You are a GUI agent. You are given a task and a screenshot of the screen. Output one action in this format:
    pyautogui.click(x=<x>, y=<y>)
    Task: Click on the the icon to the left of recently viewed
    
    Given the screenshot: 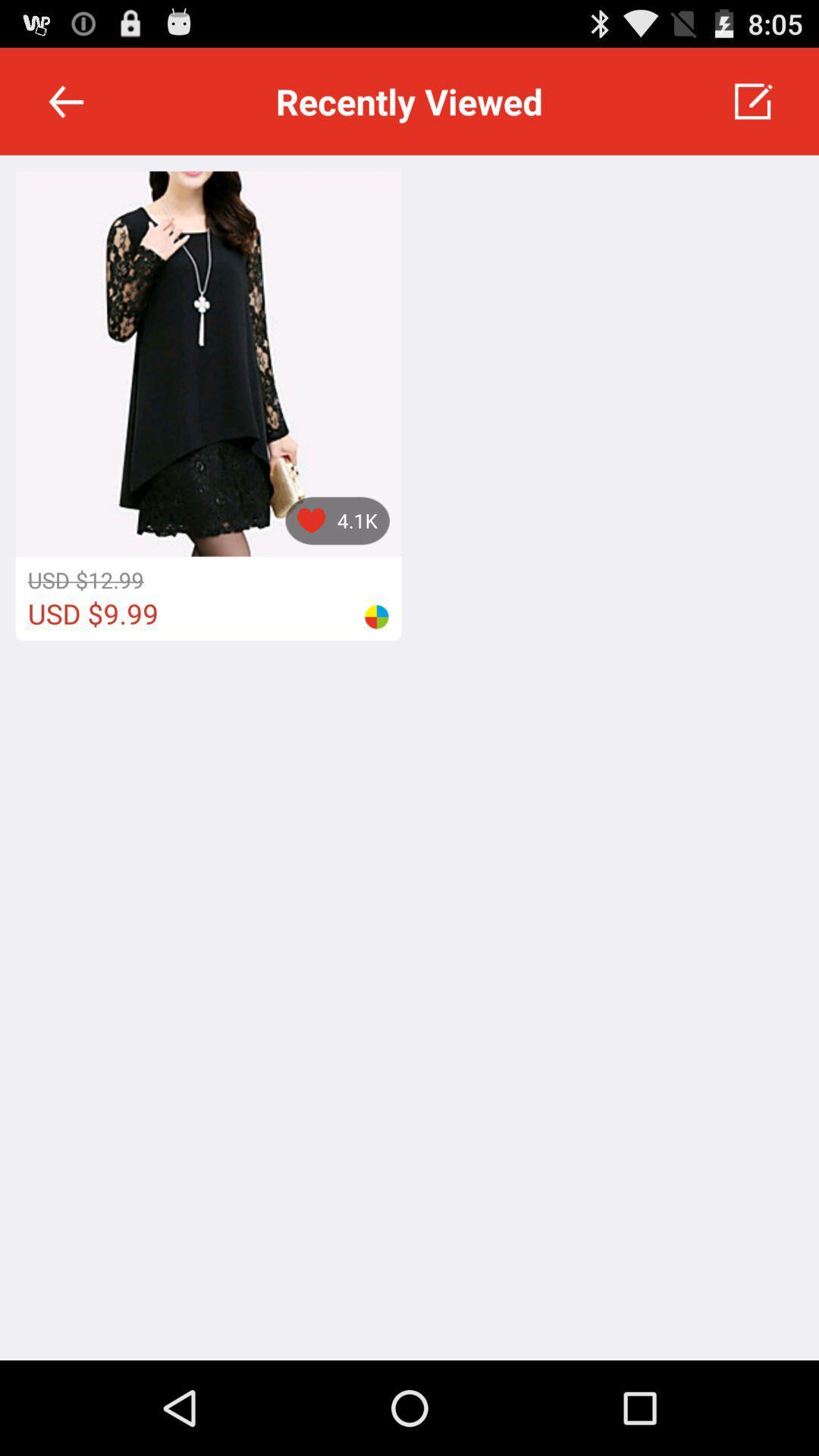 What is the action you would take?
    pyautogui.click(x=65, y=100)
    